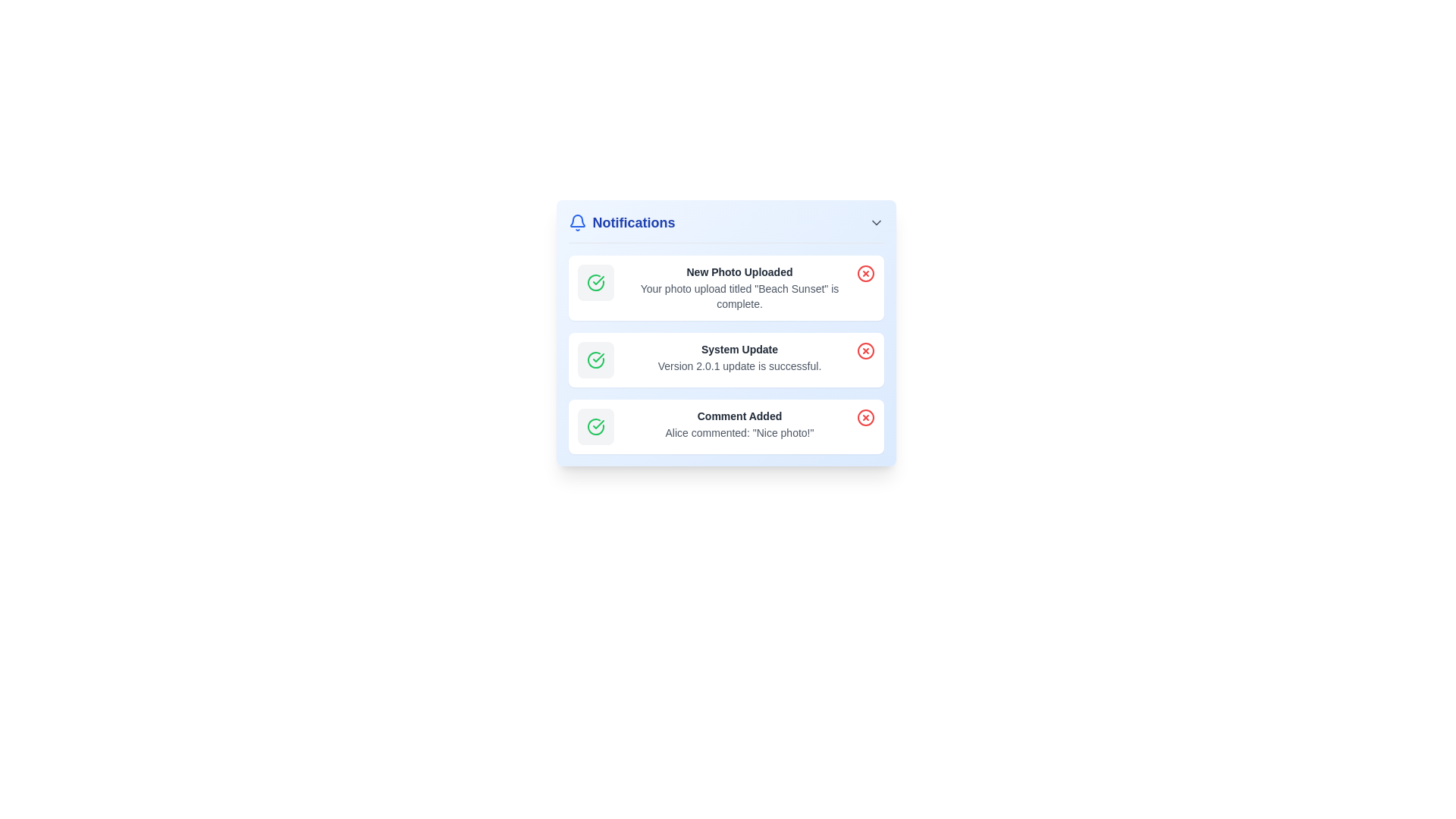 The height and width of the screenshot is (819, 1456). What do you see at coordinates (597, 357) in the screenshot?
I see `the Check mark icon that signifies a completed system update notification, located centrally within the green circular icon of the second notification item` at bounding box center [597, 357].